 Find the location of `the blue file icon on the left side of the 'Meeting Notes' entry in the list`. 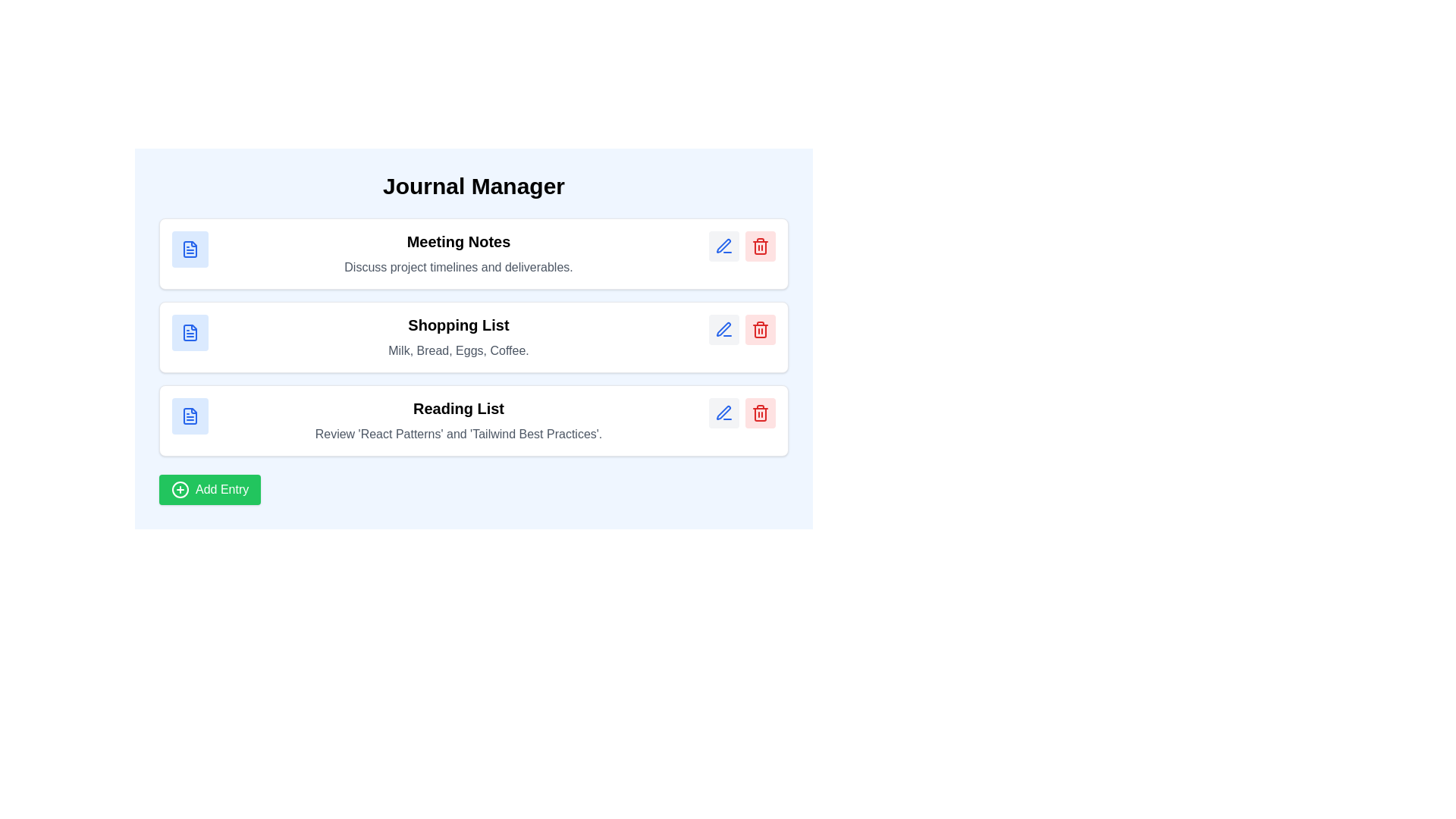

the blue file icon on the left side of the 'Meeting Notes' entry in the list is located at coordinates (189, 248).